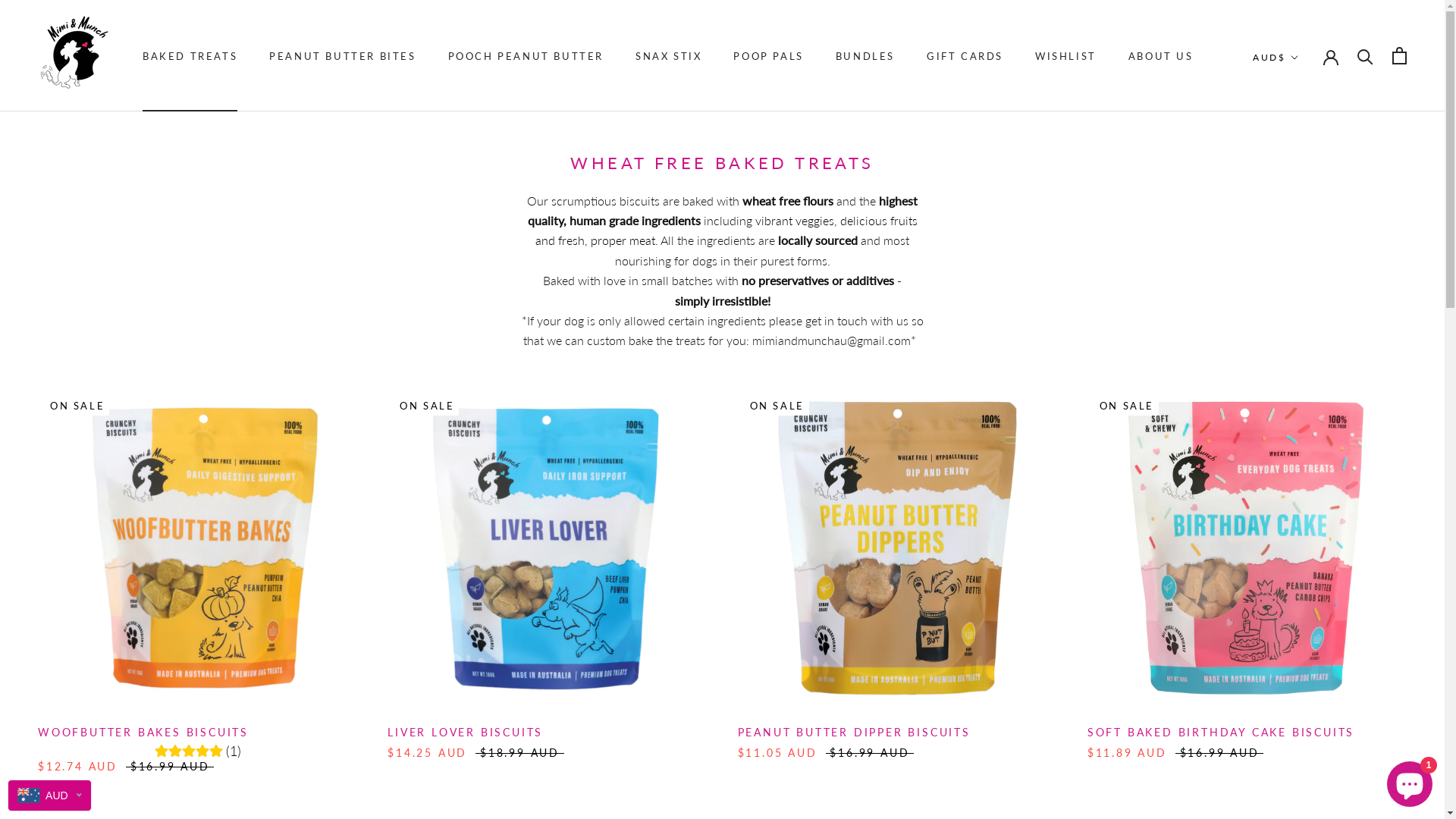 This screenshot has height=819, width=1456. What do you see at coordinates (189, 55) in the screenshot?
I see `'BAKED TREATS` at bounding box center [189, 55].